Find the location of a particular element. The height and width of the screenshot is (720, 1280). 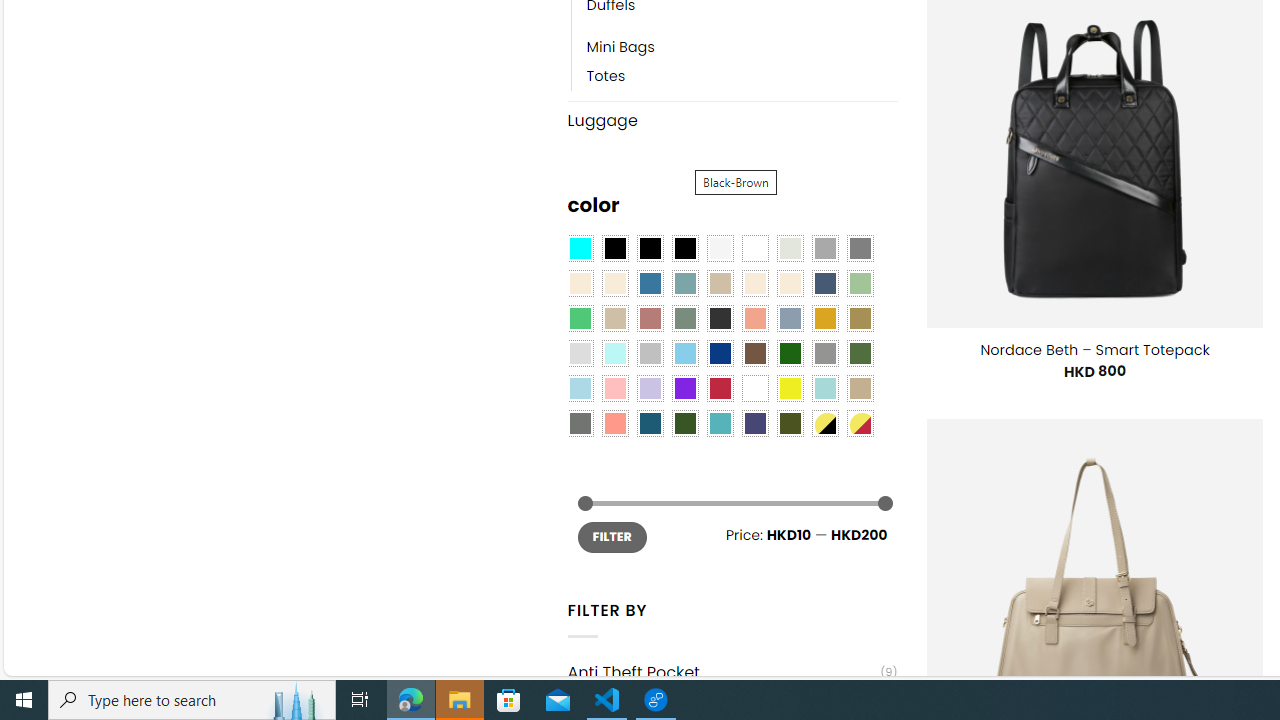

'Yellow' is located at coordinates (788, 388).